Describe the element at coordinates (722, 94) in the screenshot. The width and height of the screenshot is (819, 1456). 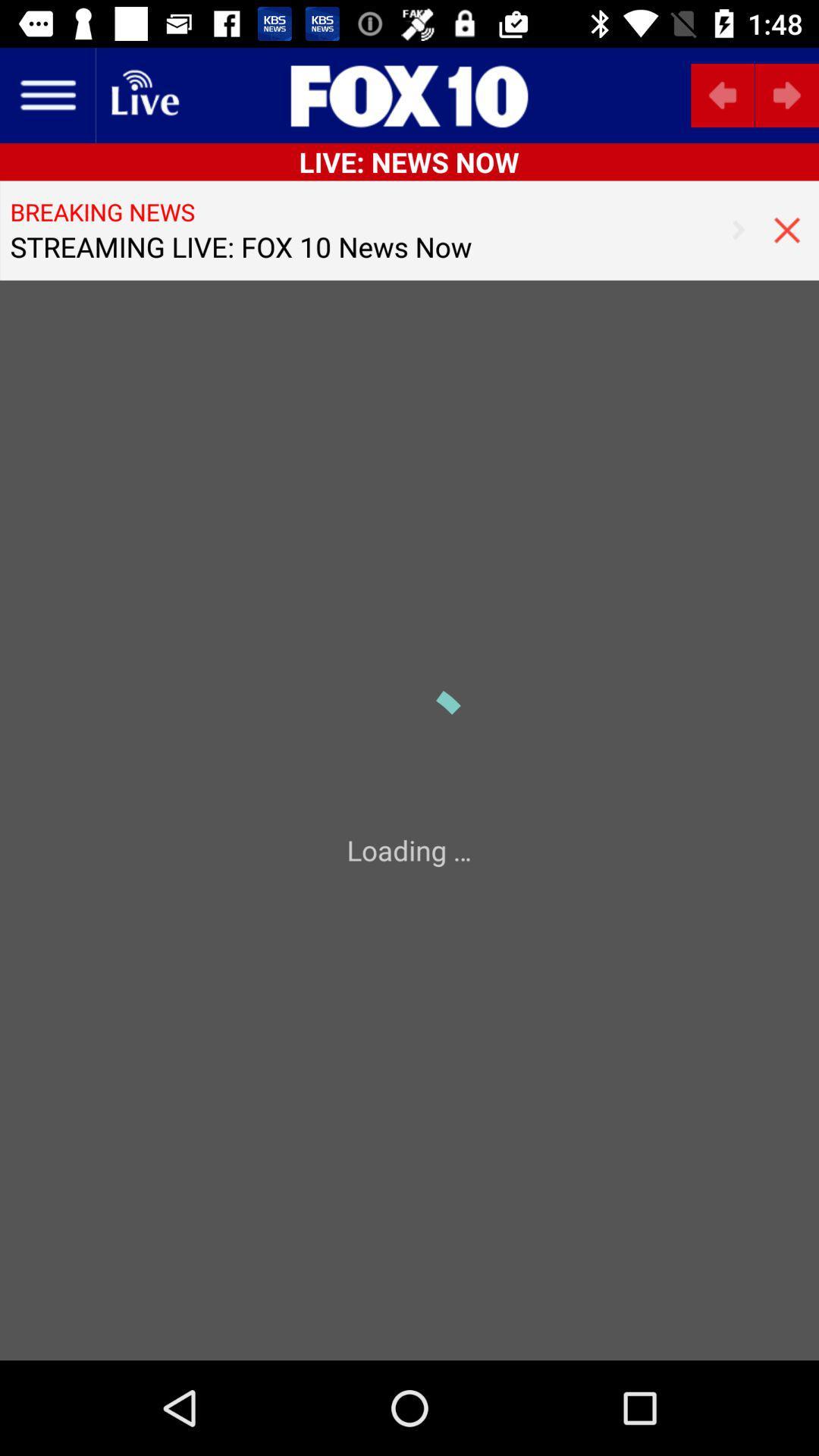
I see `the arrow_backward icon` at that location.